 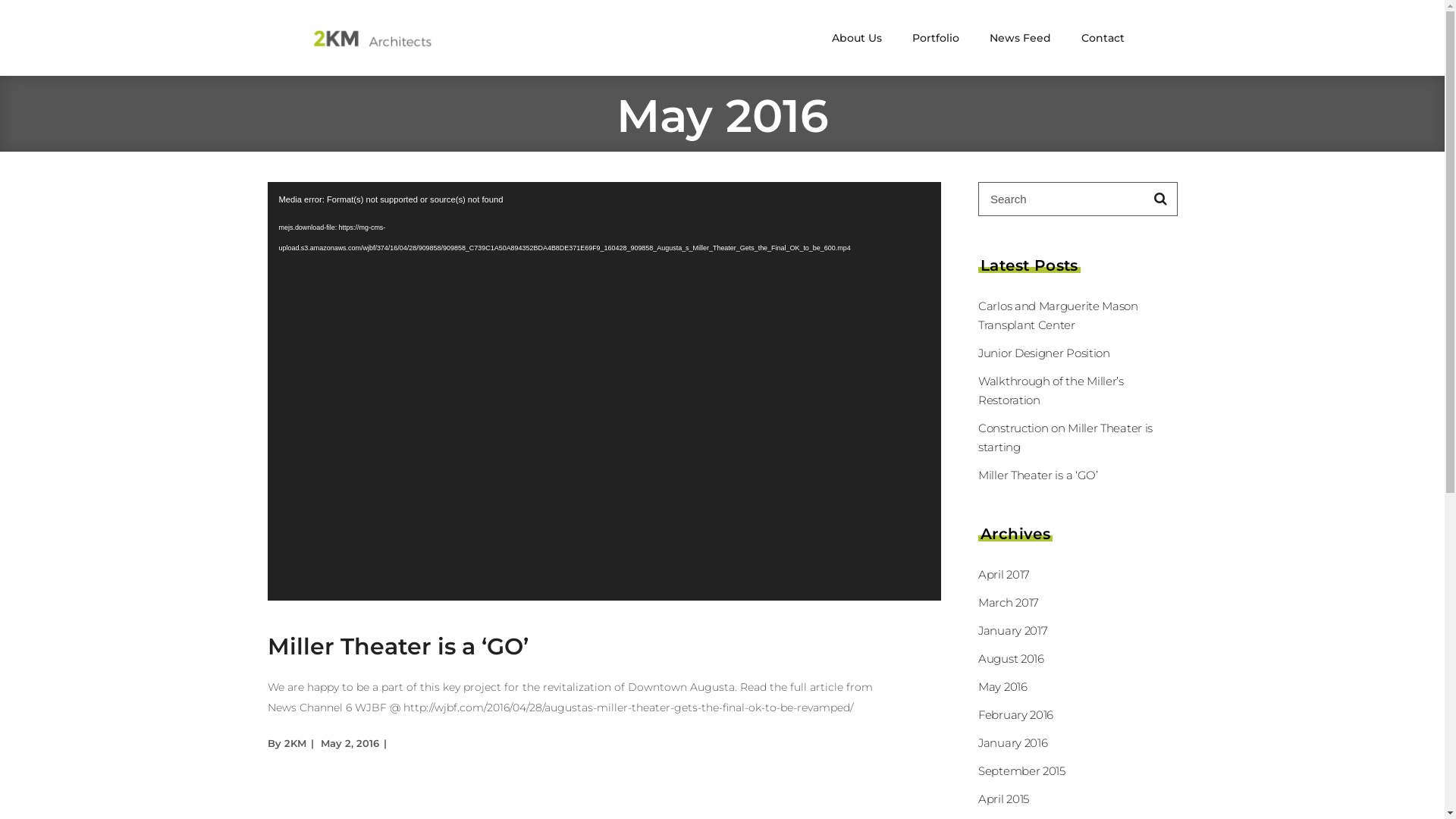 I want to click on 'April 2017', so click(x=1004, y=574).